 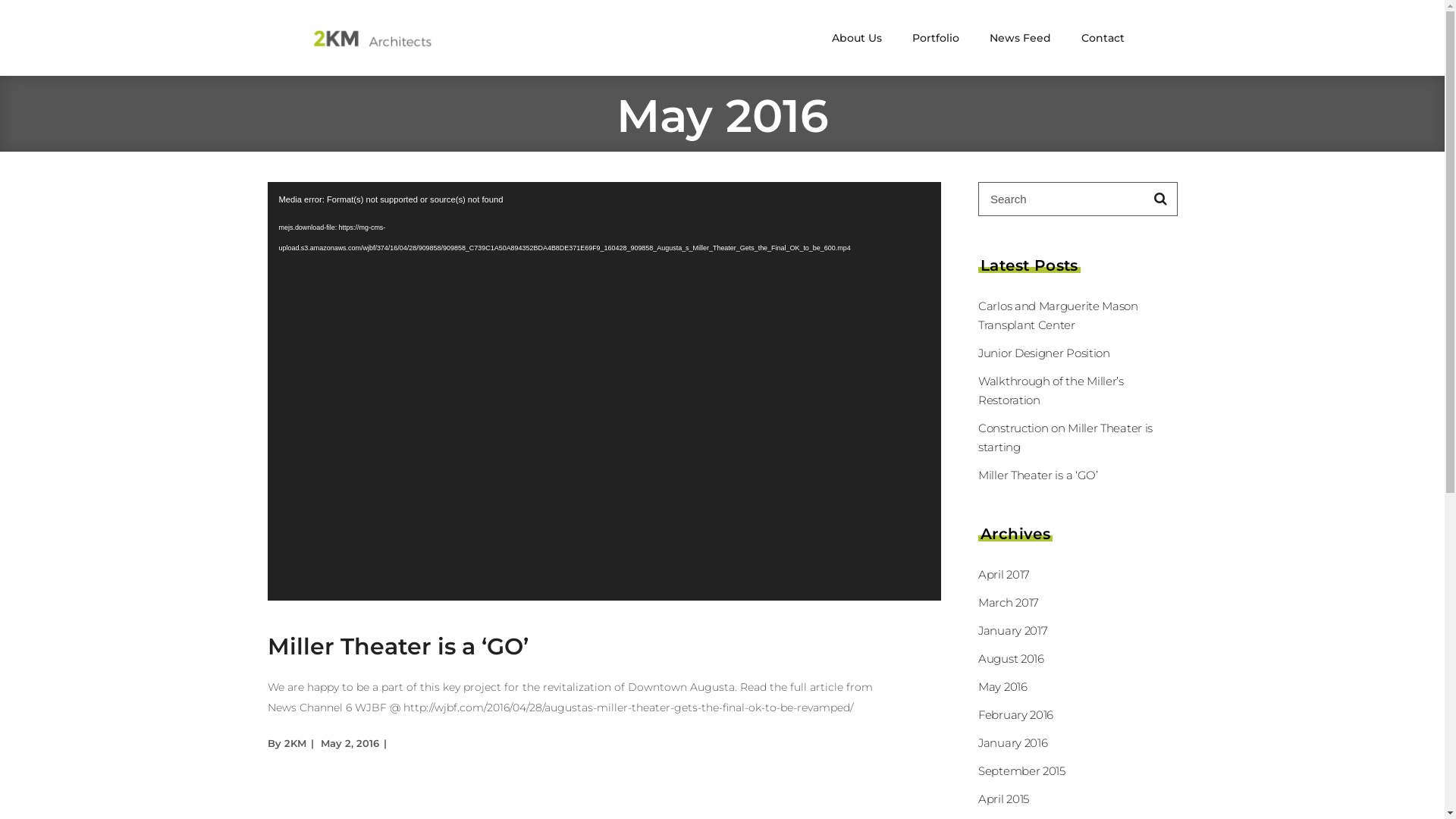 I want to click on 'April 2017', so click(x=1004, y=574).